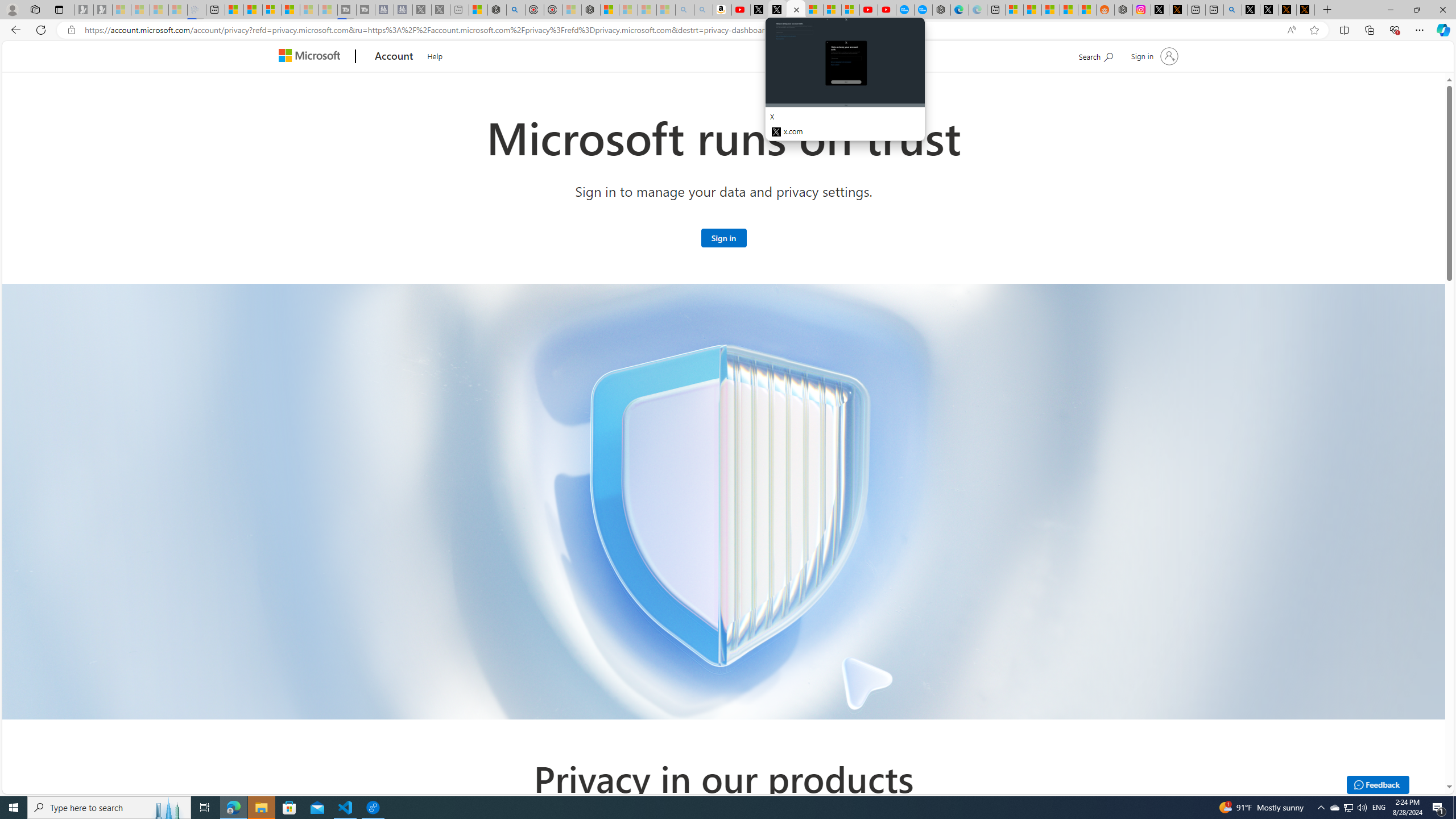  I want to click on 'X Privacy Policy', so click(1305, 9).